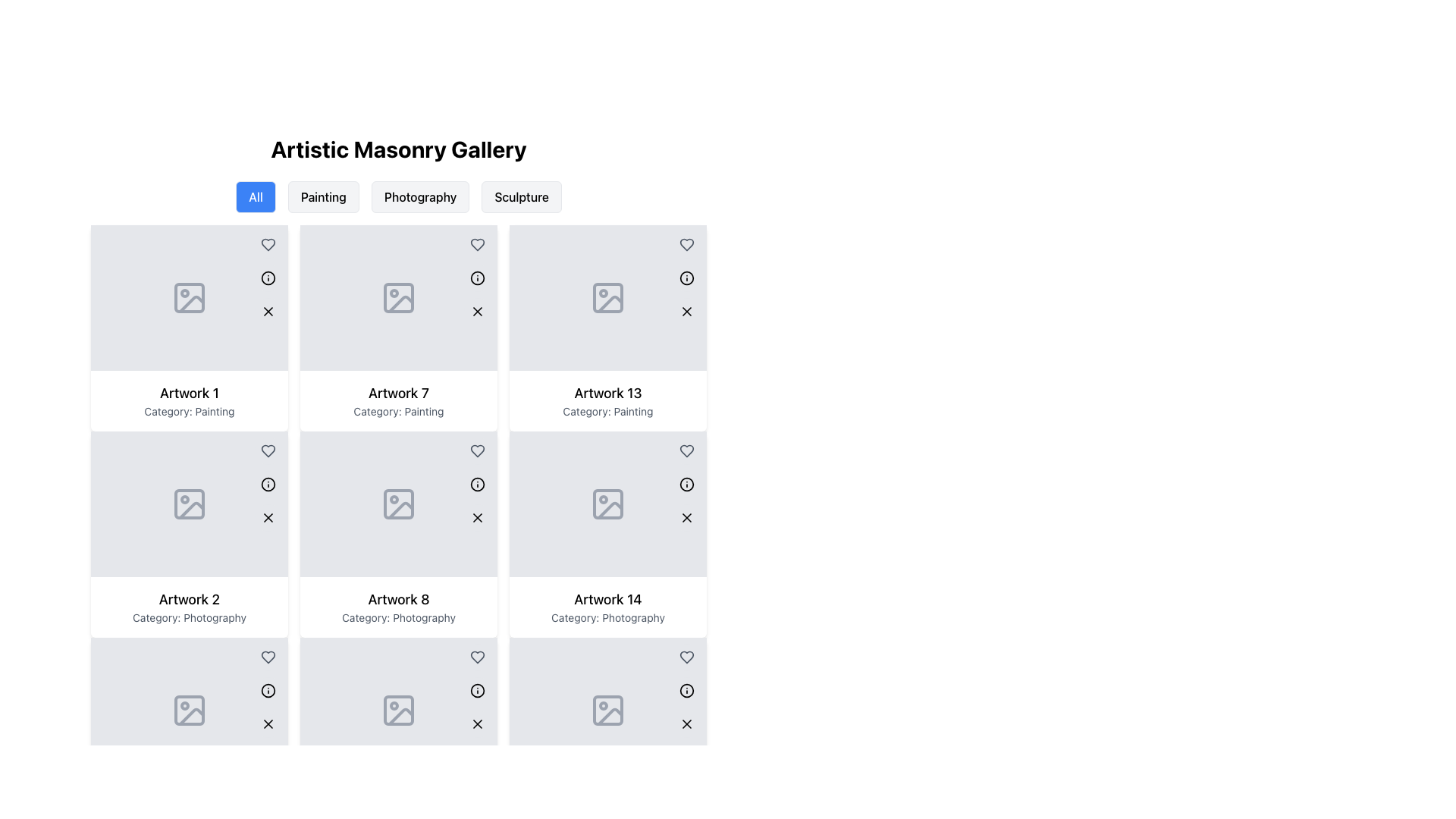 Image resolution: width=1456 pixels, height=819 pixels. Describe the element at coordinates (476, 311) in the screenshot. I see `the circular button with a gray background and a black '×' icon located in the top-right section of the 'Artwork 7' card, which is the third button in a vertical stack of buttons` at that location.